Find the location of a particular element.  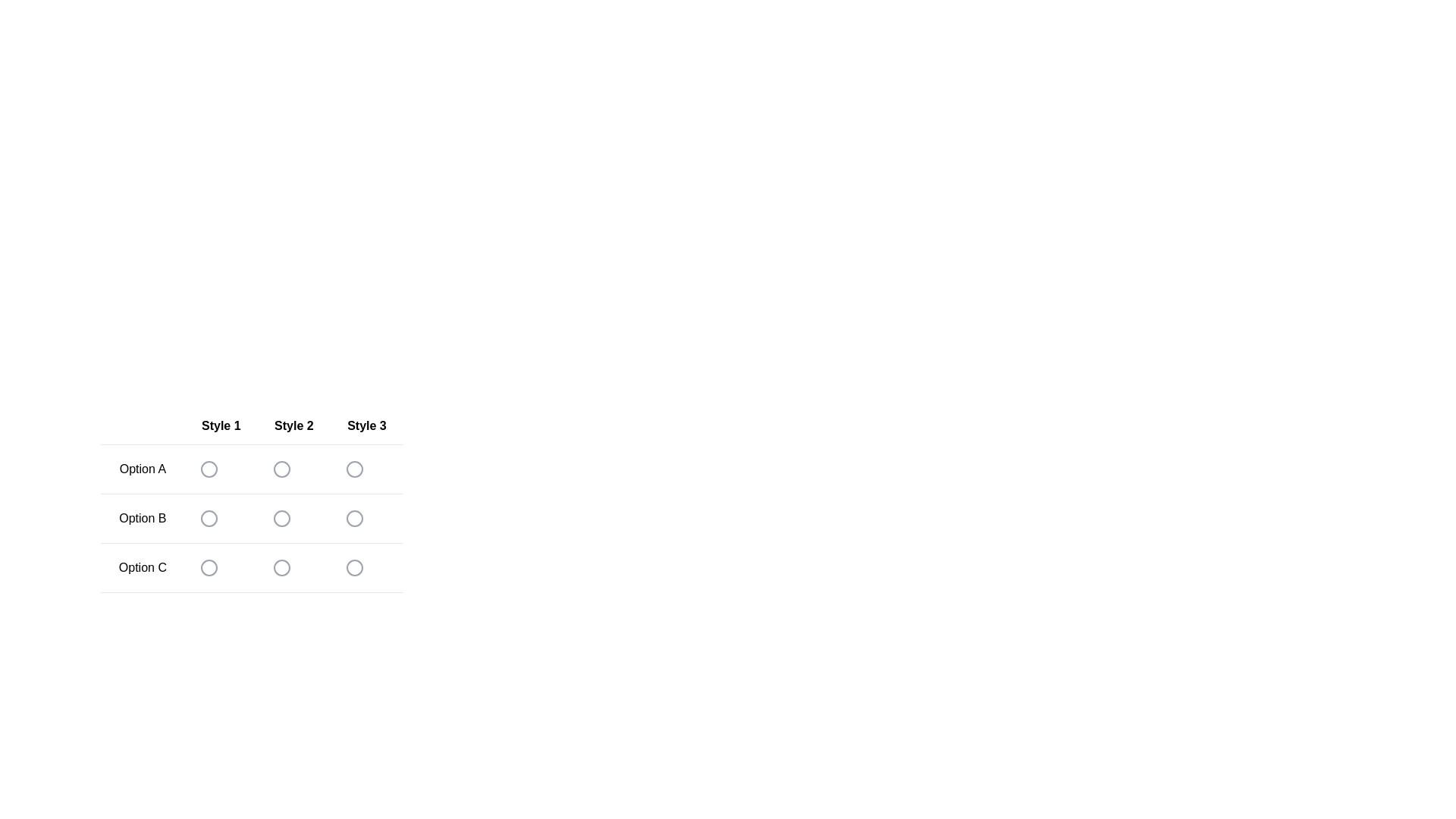

the radio button located in the second row and the first column of the grid is located at coordinates (252, 500).